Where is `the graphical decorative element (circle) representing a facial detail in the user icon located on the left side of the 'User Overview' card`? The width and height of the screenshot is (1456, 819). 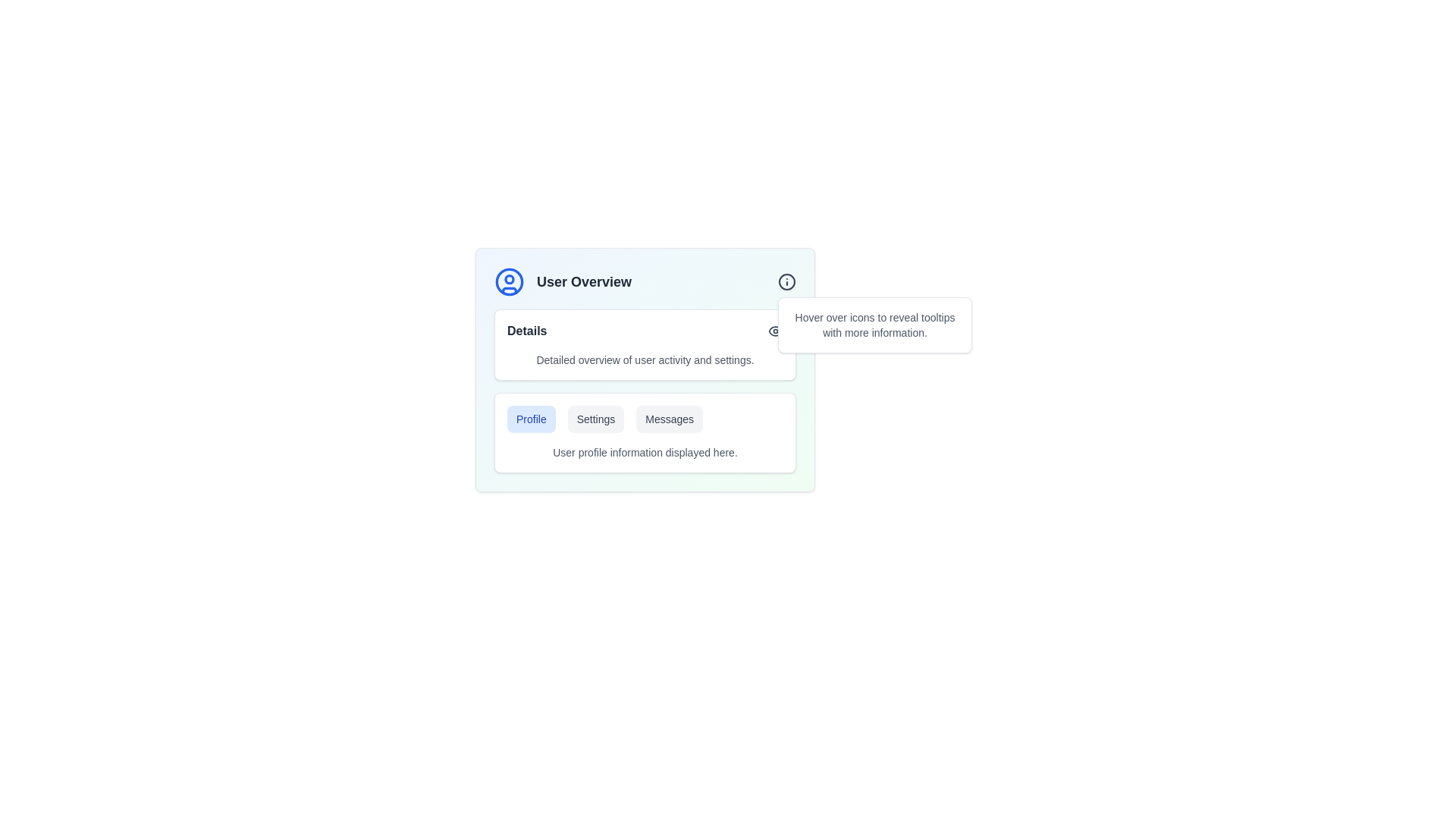
the graphical decorative element (circle) representing a facial detail in the user icon located on the left side of the 'User Overview' card is located at coordinates (510, 278).